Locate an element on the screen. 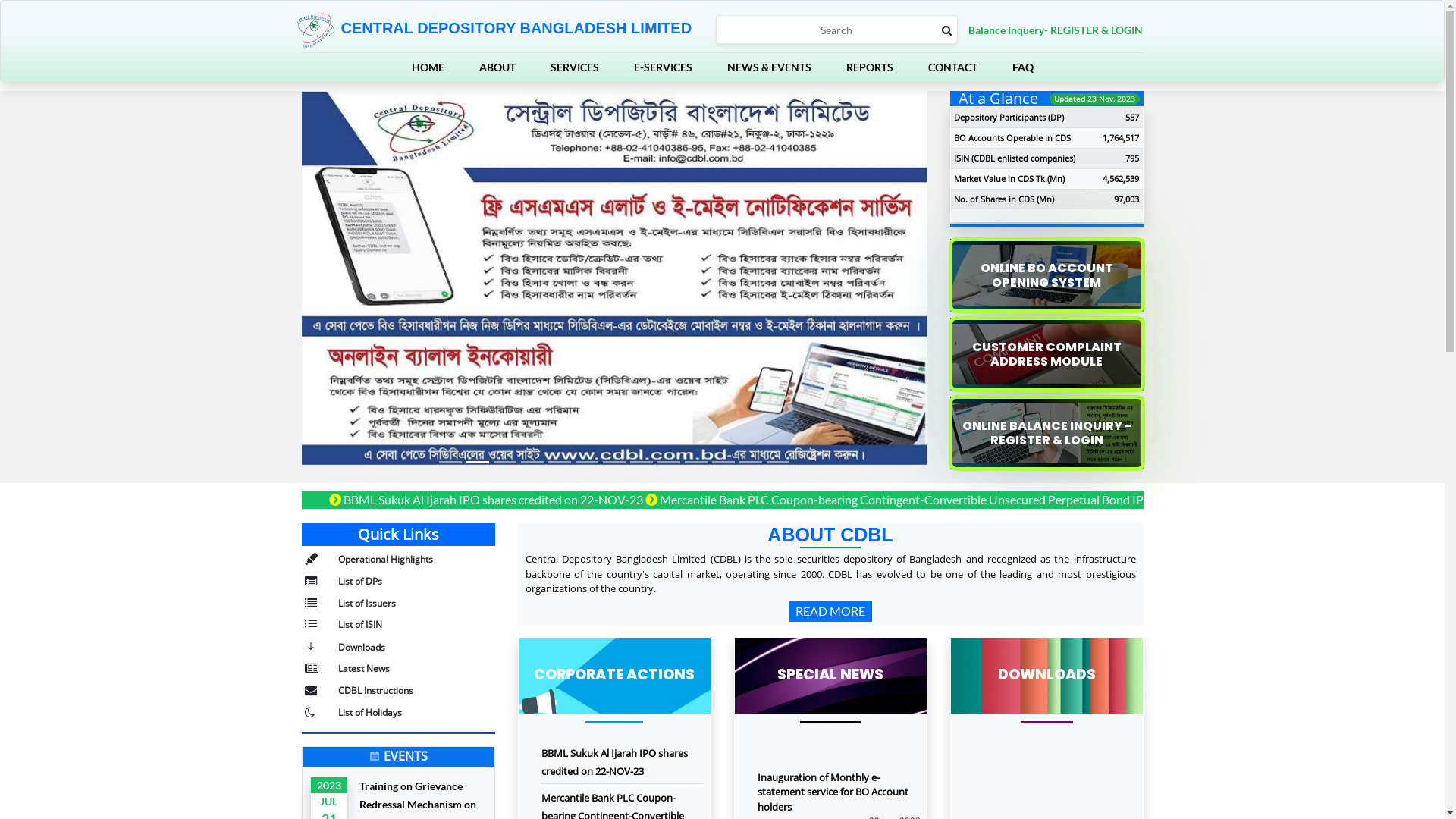  'ONLINE BO ACCOUNT OPENING SYSTEM' is located at coordinates (1045, 275).